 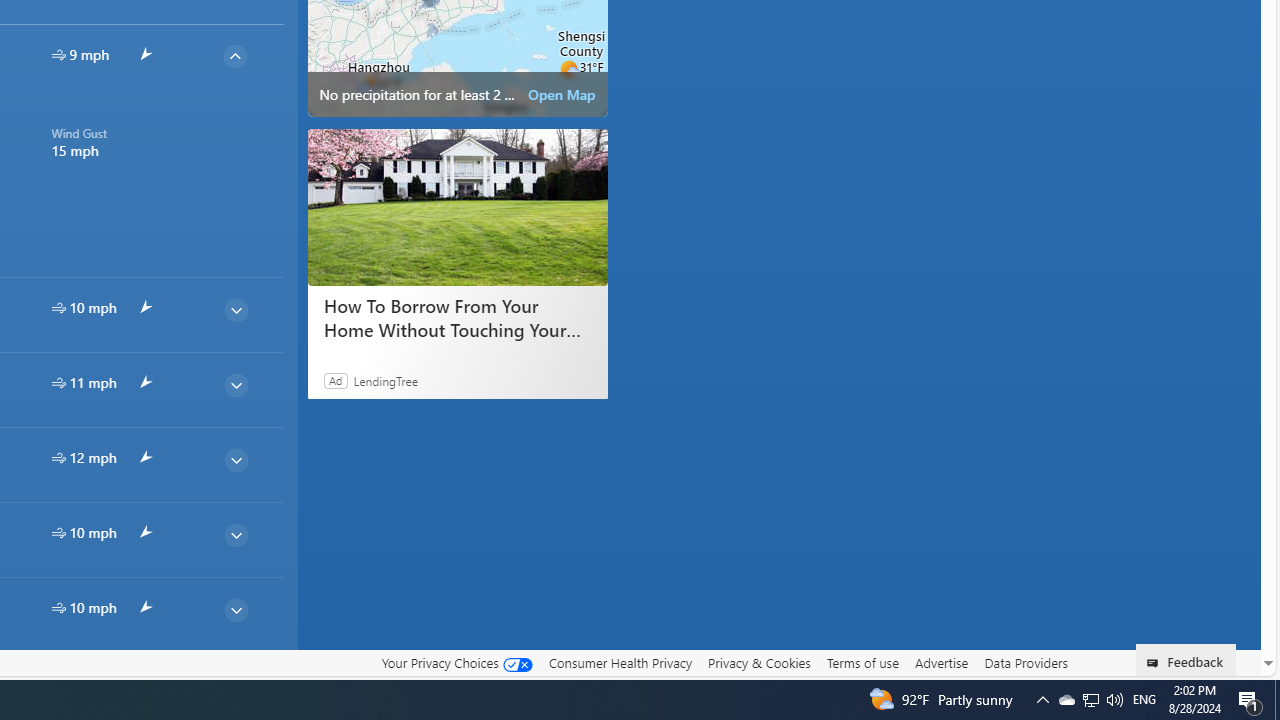 I want to click on 'Consumer Health Privacy', so click(x=619, y=663).